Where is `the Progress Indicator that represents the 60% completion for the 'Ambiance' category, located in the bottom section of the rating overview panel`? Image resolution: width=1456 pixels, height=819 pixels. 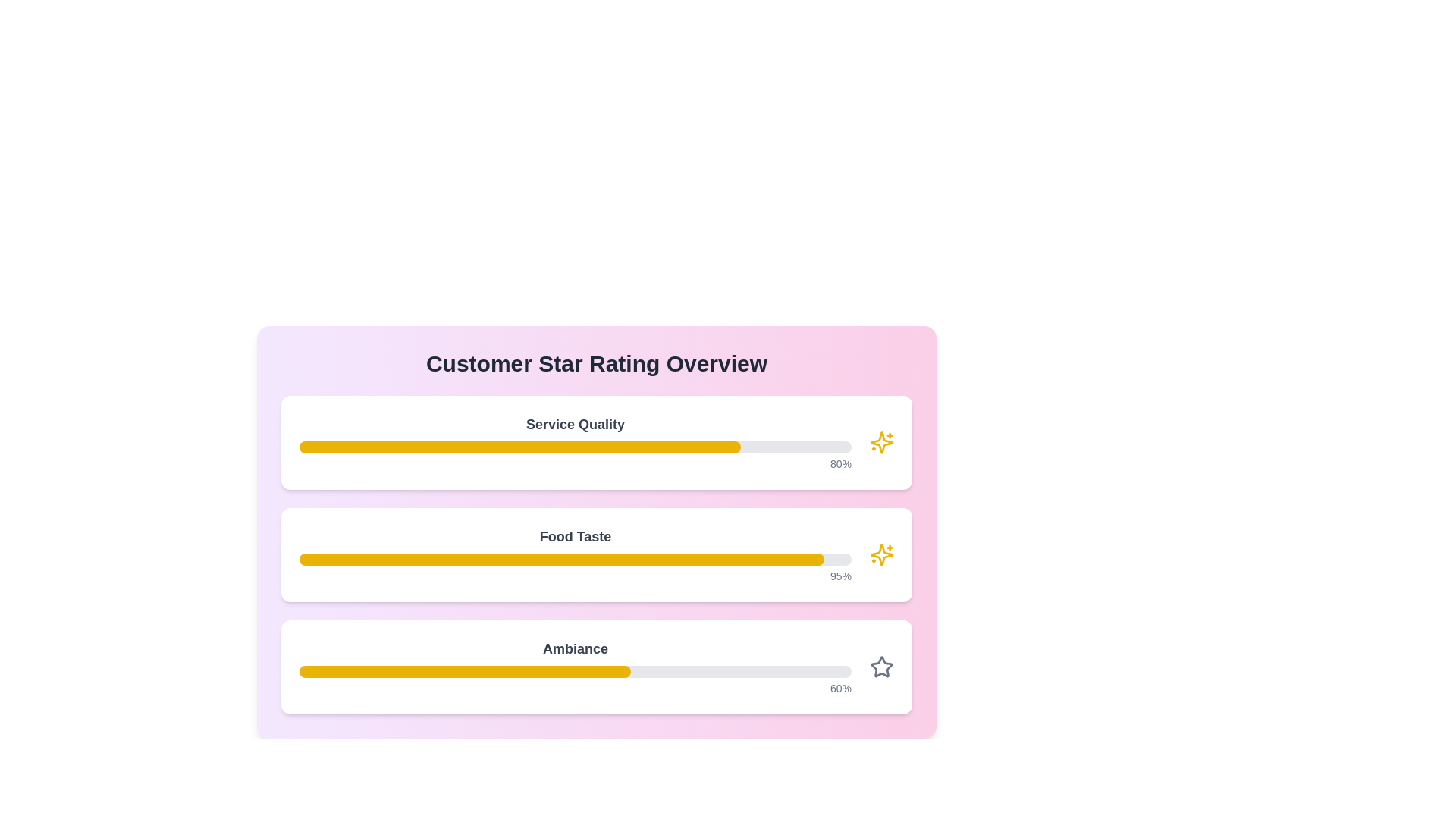 the Progress Indicator that represents the 60% completion for the 'Ambiance' category, located in the bottom section of the rating overview panel is located at coordinates (464, 671).